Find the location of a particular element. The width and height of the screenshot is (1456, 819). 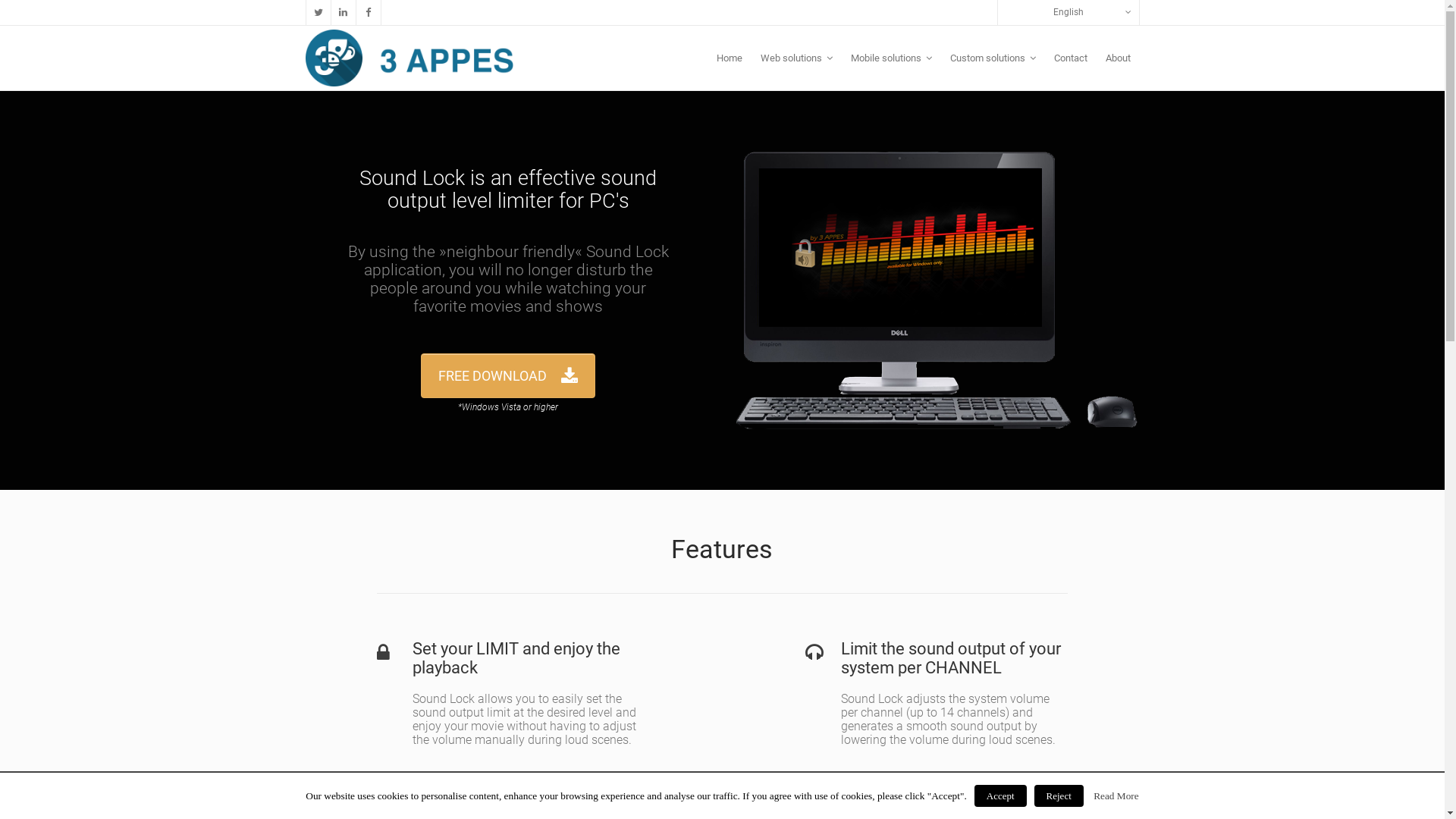

'Custom solutions' is located at coordinates (992, 57).